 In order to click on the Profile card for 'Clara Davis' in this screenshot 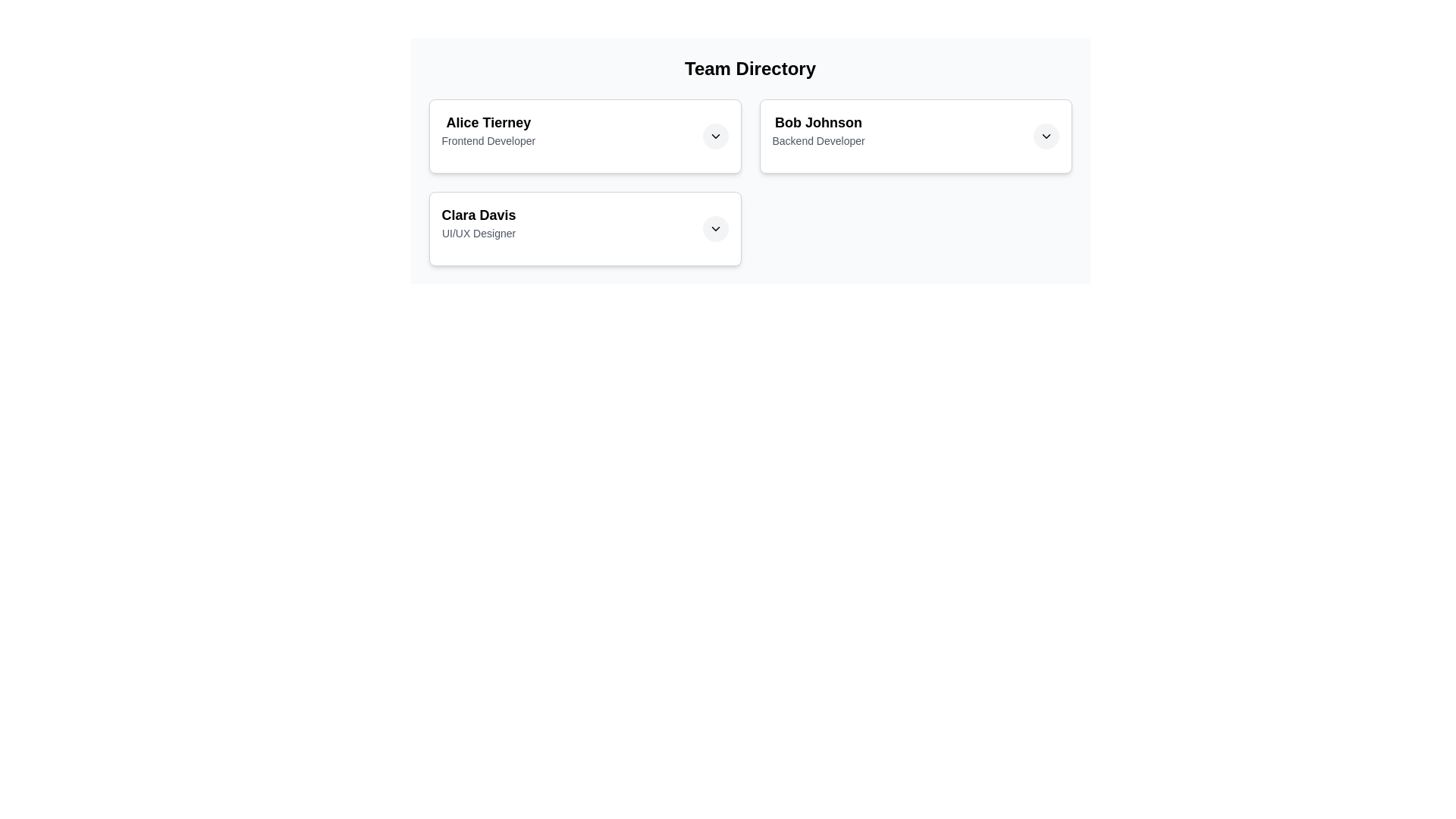, I will do `click(584, 228)`.